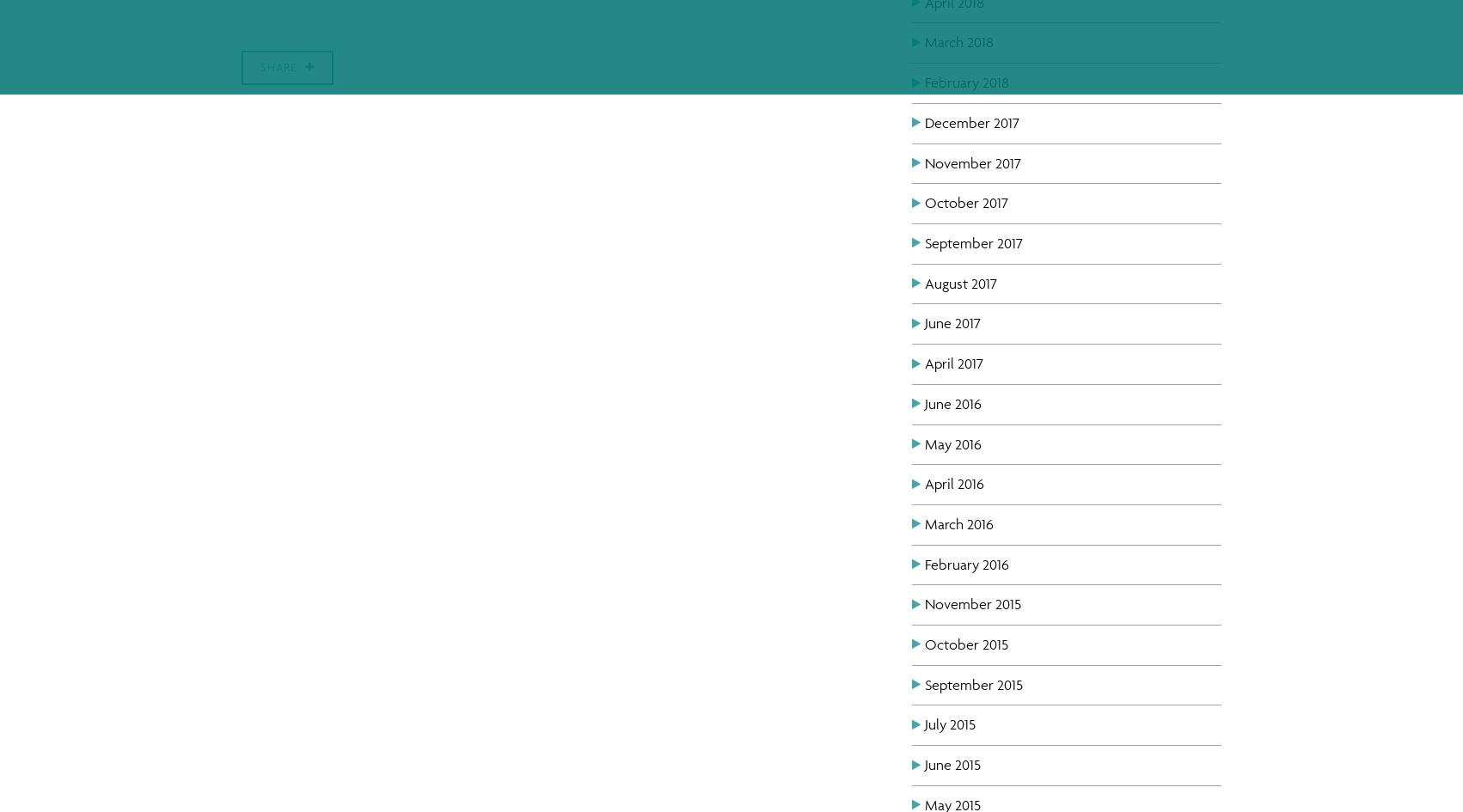 Image resolution: width=1463 pixels, height=812 pixels. What do you see at coordinates (966, 563) in the screenshot?
I see `'February 2016'` at bounding box center [966, 563].